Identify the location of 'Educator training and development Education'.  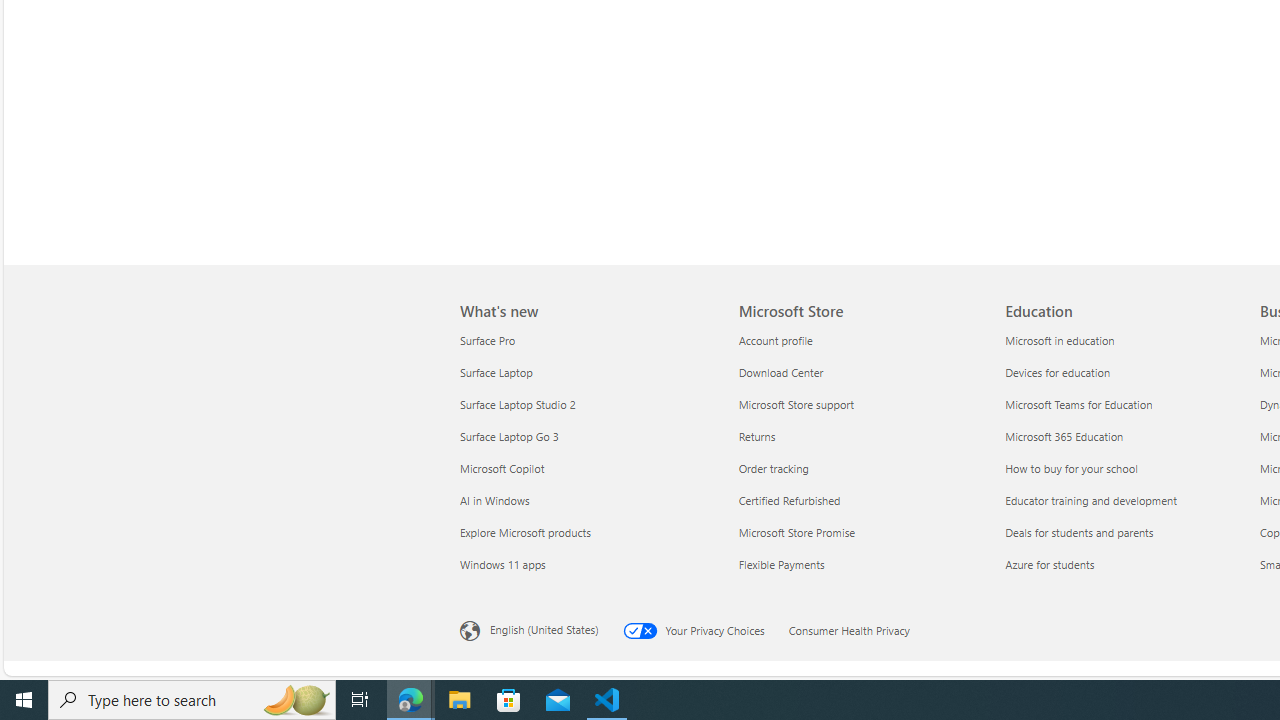
(1090, 499).